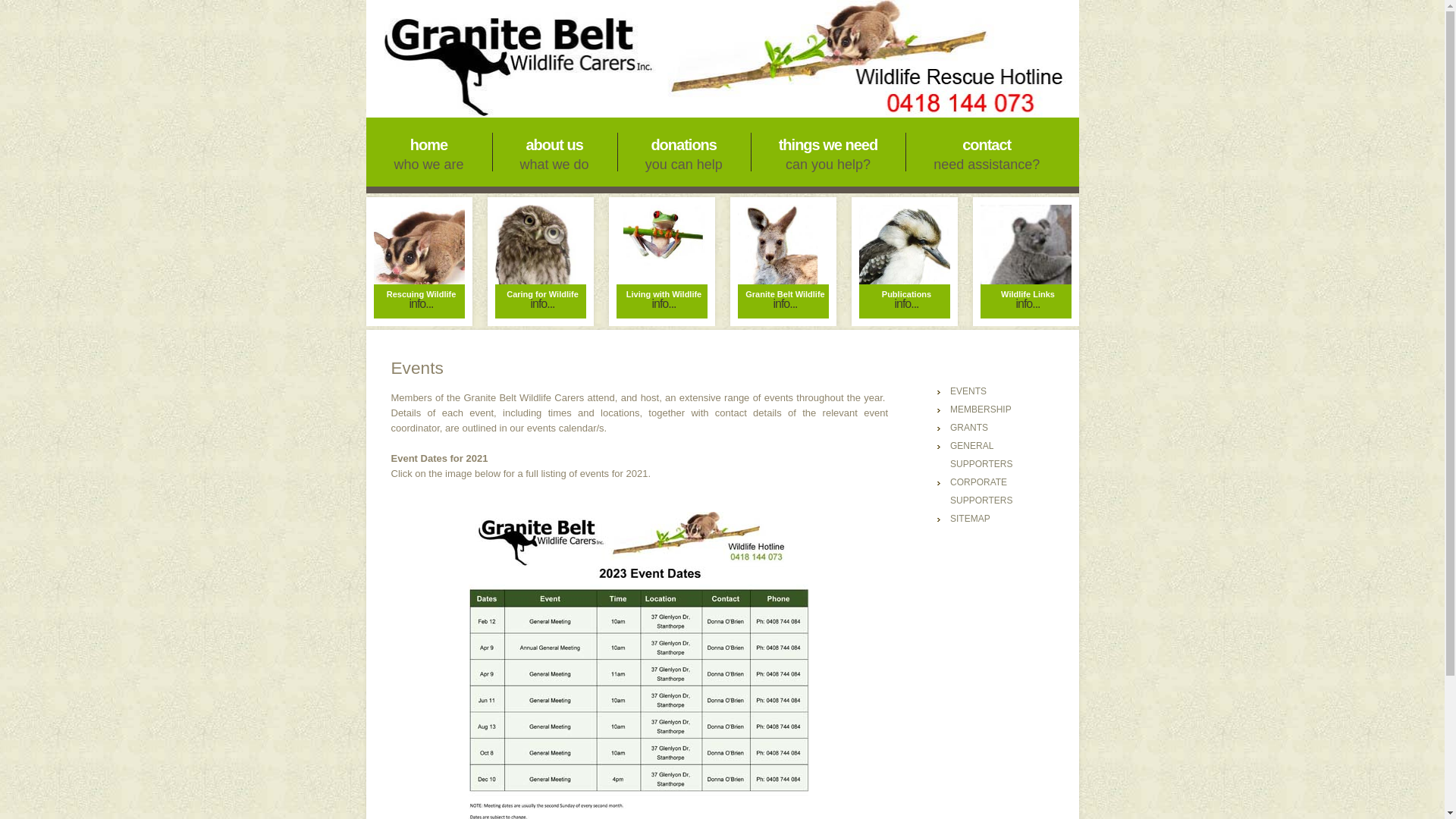 The height and width of the screenshot is (819, 1456). Describe the element at coordinates (827, 152) in the screenshot. I see `'things we need` at that location.